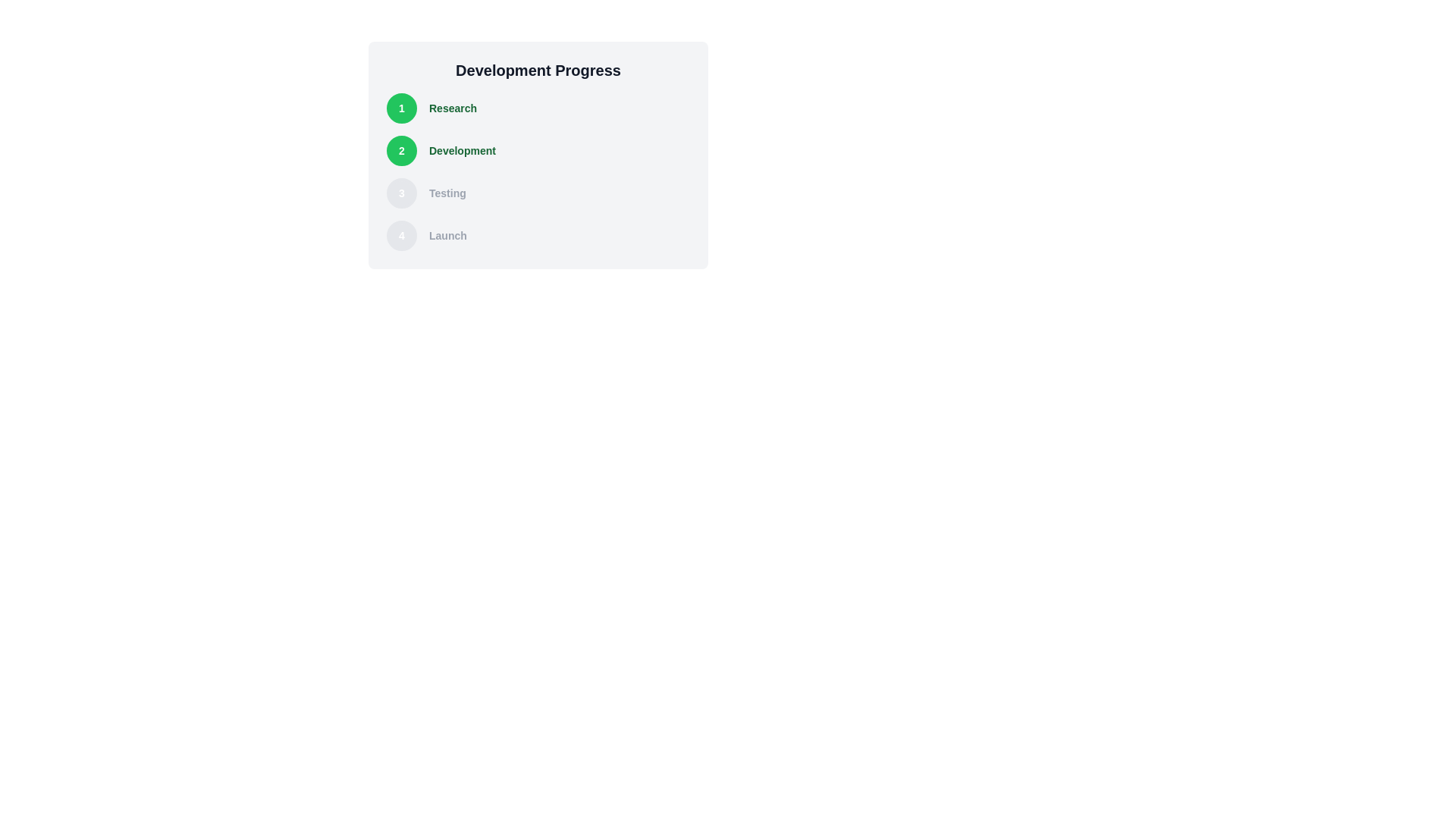 This screenshot has height=819, width=1456. I want to click on the 'Research' text label, which is a bold dark green label positioned next to the first step in the progress tracking interface, so click(452, 107).